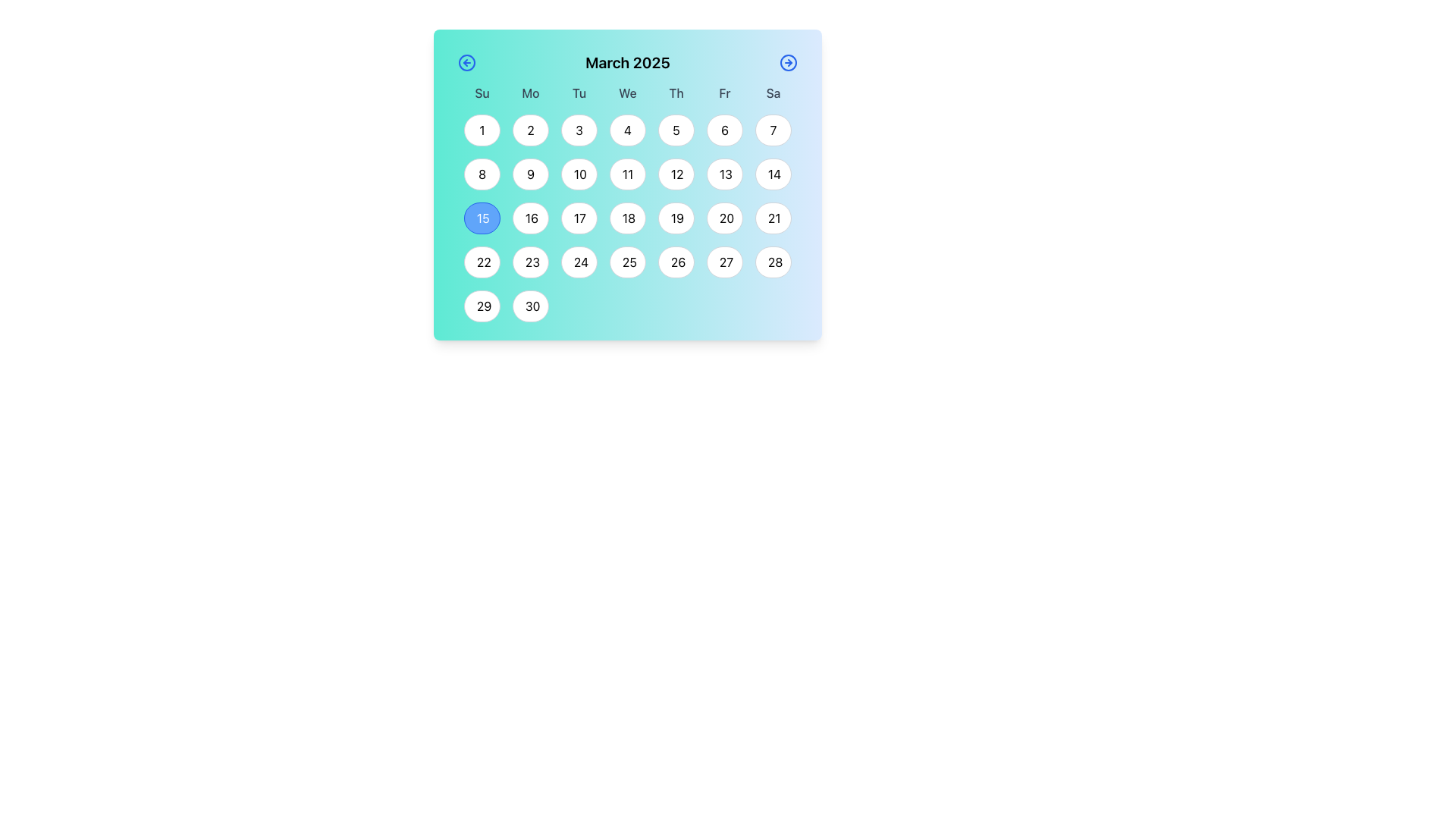  Describe the element at coordinates (481, 174) in the screenshot. I see `the button representing the first day in the second row of the calendar grid under the 'Su' column heading` at that location.